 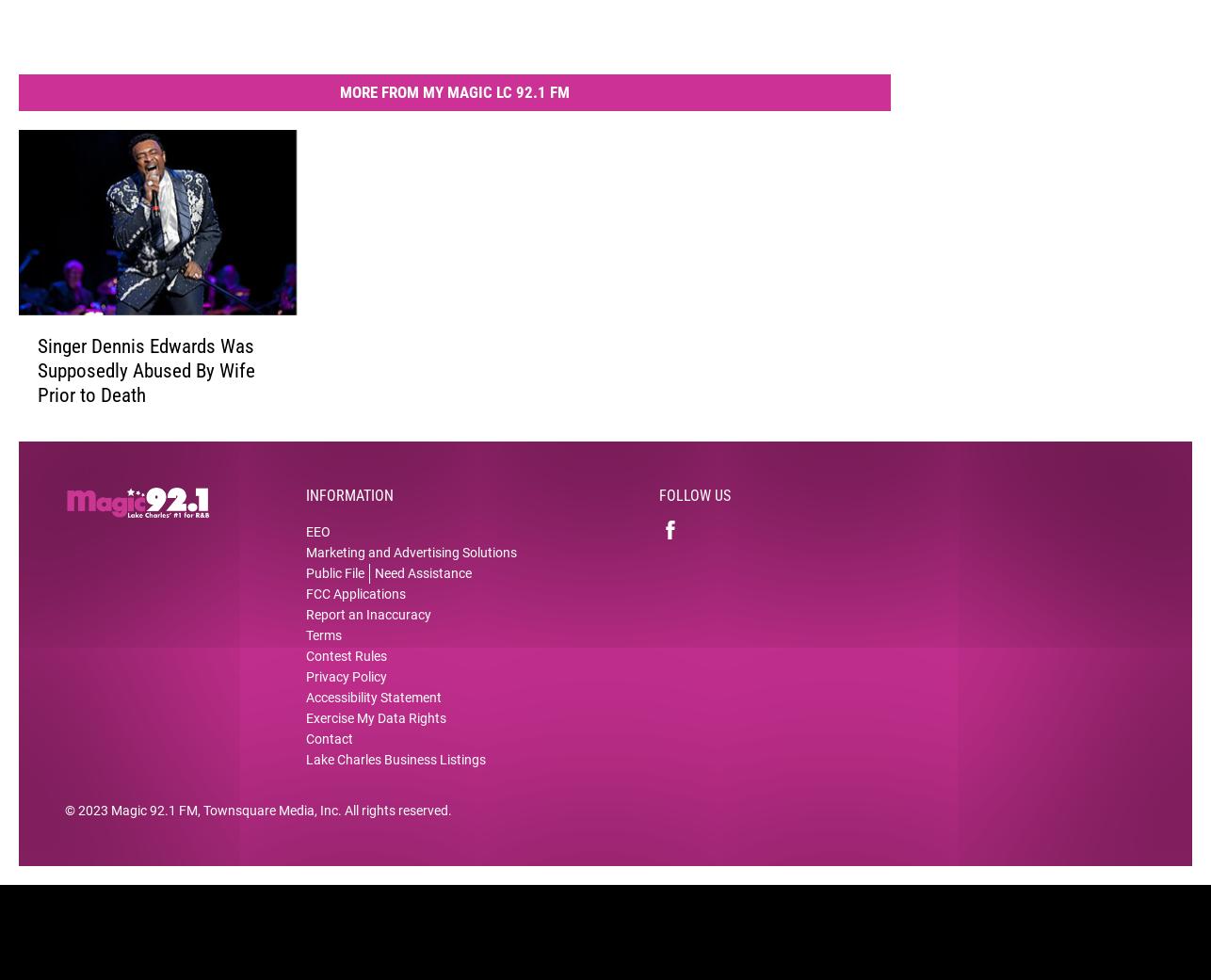 I want to click on 'Report an Inaccuracy', so click(x=367, y=626).